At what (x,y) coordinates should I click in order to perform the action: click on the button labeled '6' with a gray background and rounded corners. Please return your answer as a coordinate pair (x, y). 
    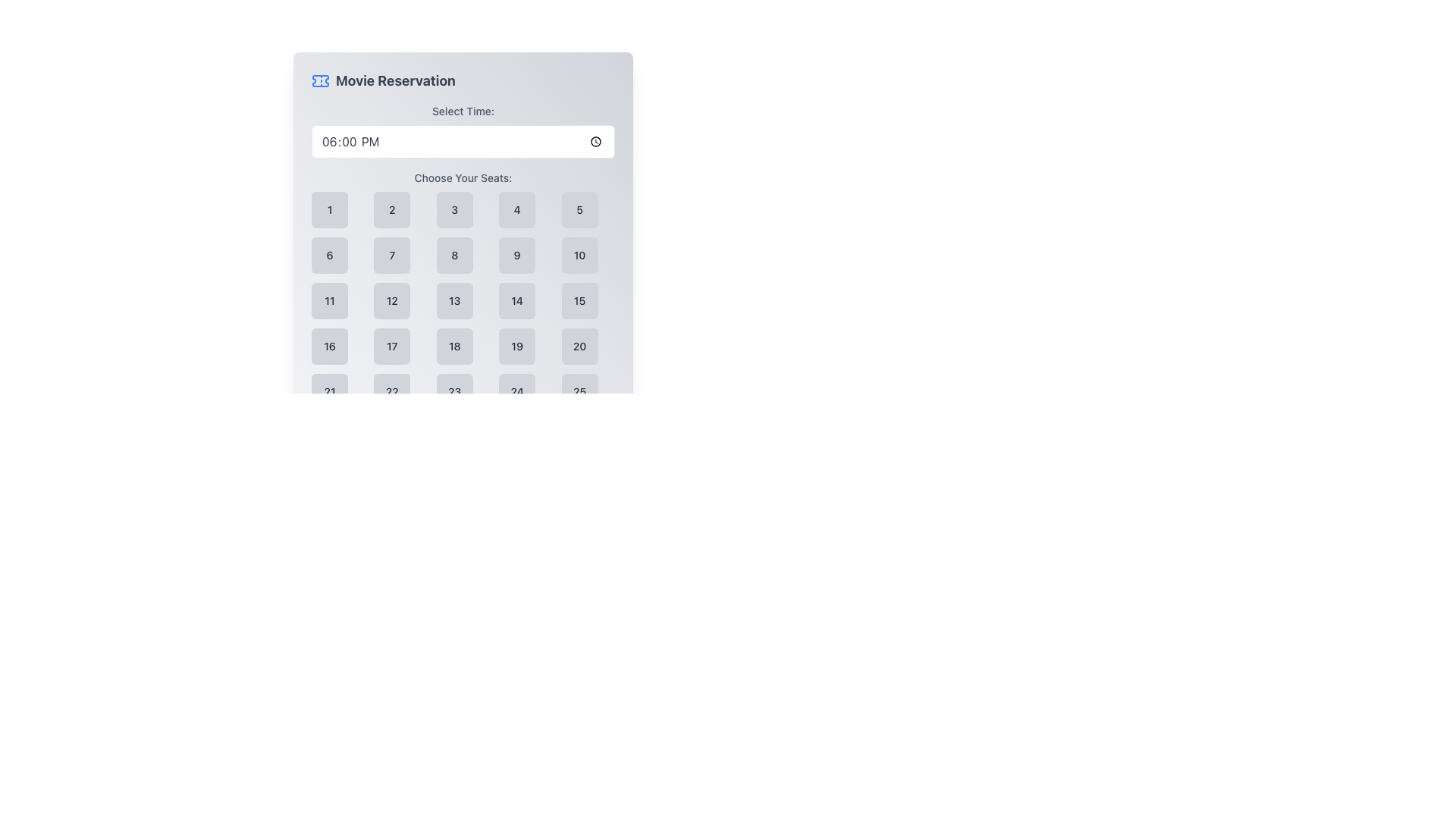
    Looking at the image, I should click on (329, 254).